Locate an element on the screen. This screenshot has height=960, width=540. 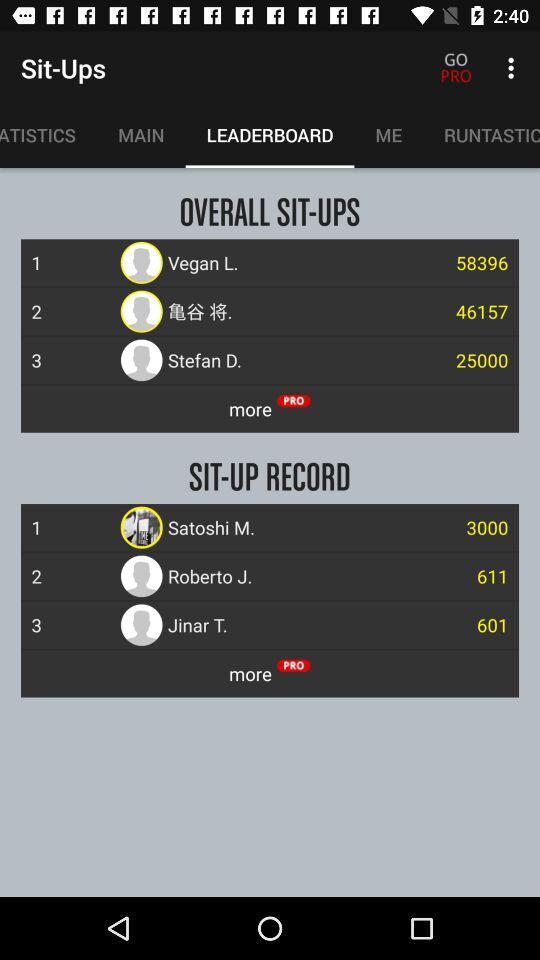
the item to the left of leaderboard icon is located at coordinates (140, 134).